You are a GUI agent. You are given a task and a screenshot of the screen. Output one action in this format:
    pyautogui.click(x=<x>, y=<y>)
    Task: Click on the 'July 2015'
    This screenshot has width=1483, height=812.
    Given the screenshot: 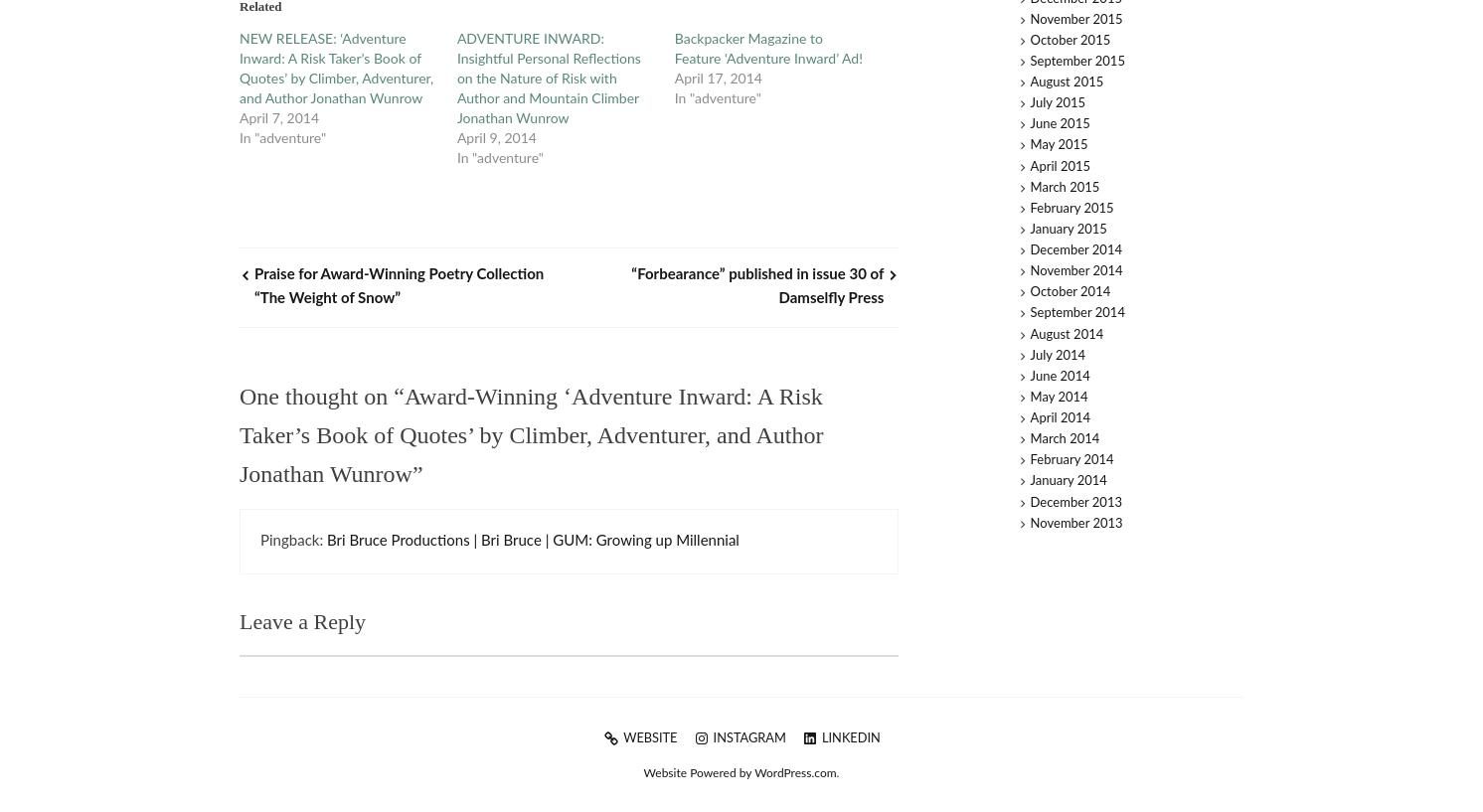 What is the action you would take?
    pyautogui.click(x=1057, y=103)
    